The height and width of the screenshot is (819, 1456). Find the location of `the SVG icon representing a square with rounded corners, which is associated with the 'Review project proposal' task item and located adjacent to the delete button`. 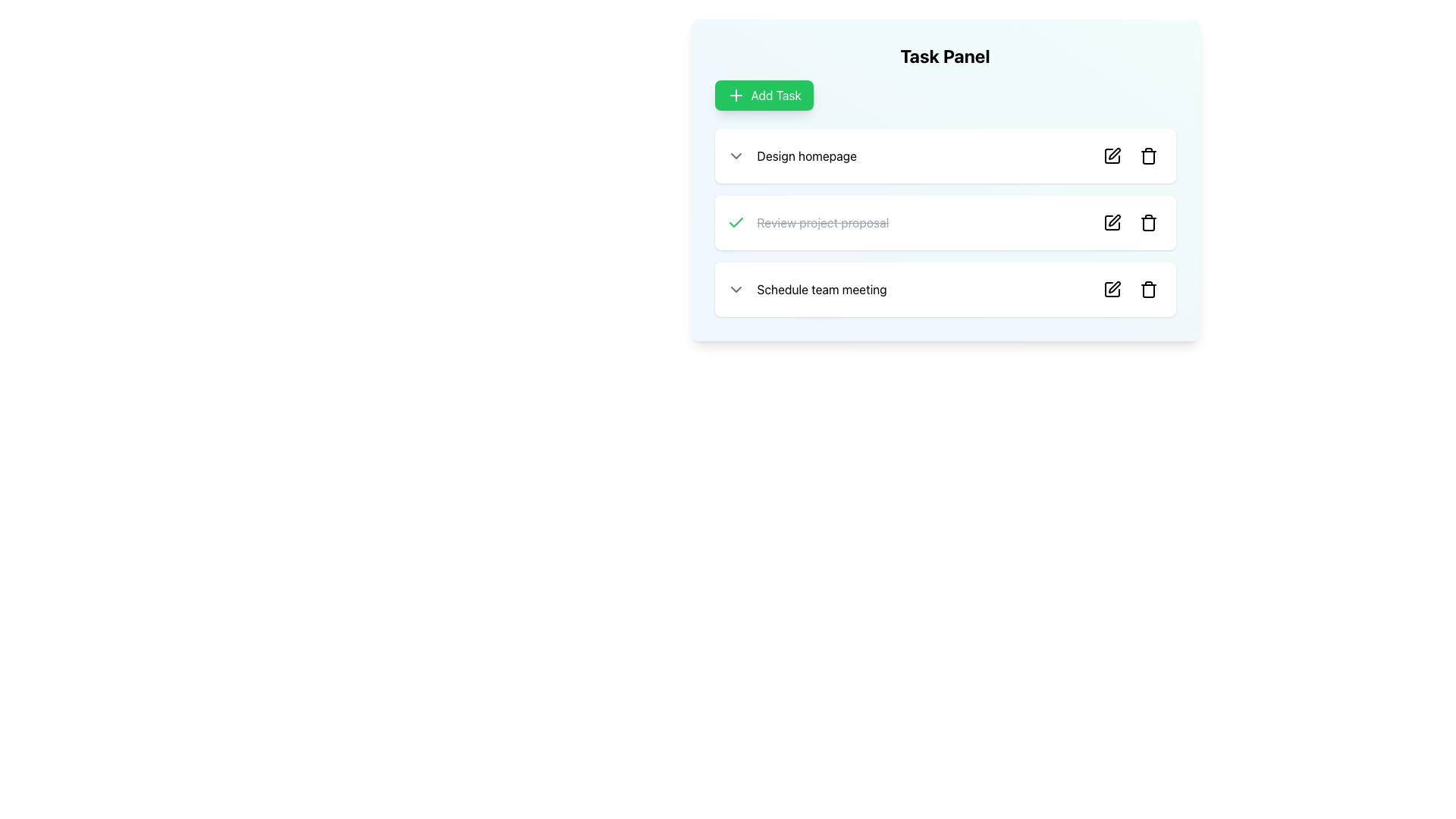

the SVG icon representing a square with rounded corners, which is associated with the 'Review project proposal' task item and located adjacent to the delete button is located at coordinates (1112, 222).